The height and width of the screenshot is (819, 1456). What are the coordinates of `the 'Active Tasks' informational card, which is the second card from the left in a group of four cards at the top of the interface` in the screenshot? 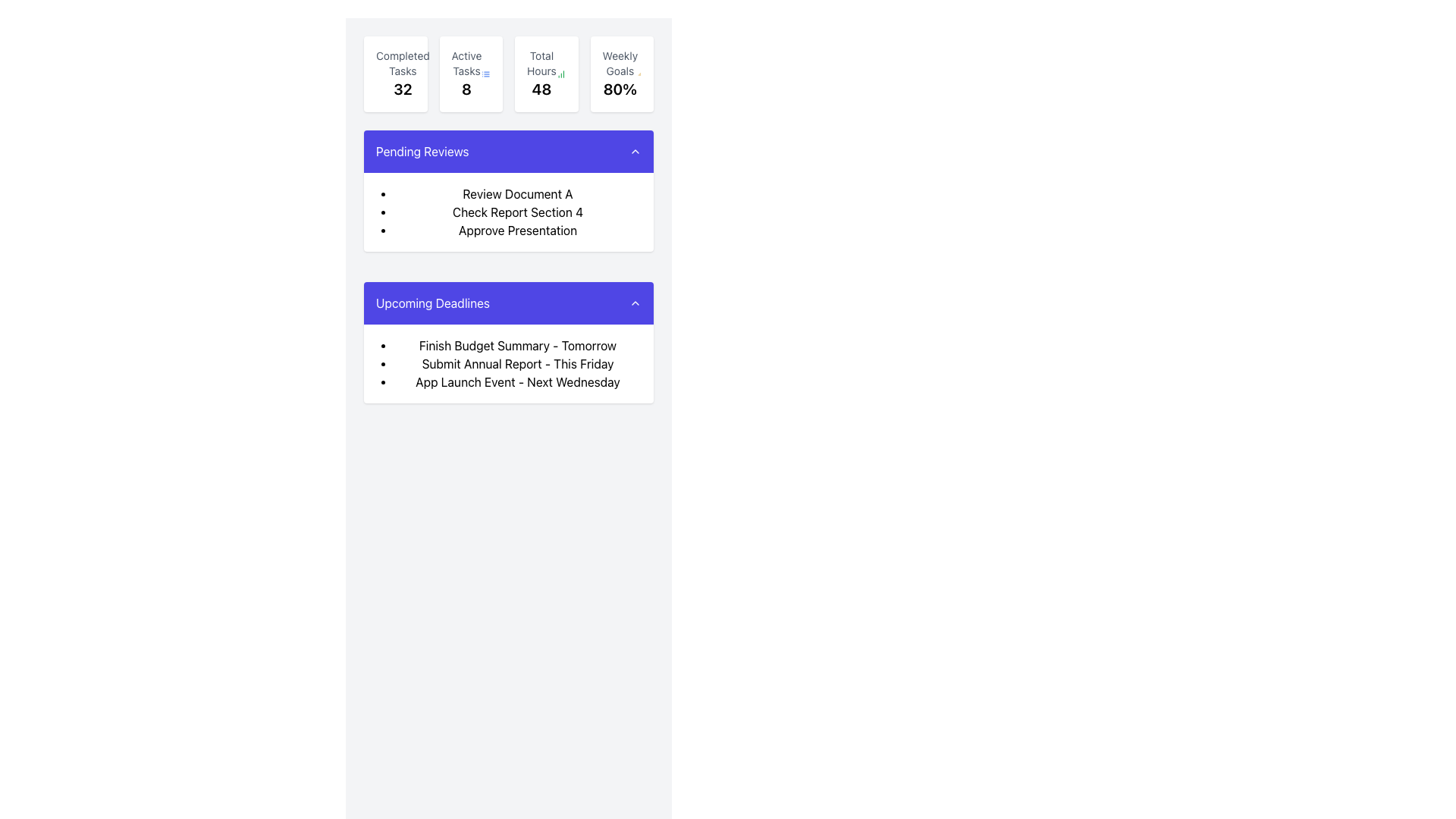 It's located at (470, 74).